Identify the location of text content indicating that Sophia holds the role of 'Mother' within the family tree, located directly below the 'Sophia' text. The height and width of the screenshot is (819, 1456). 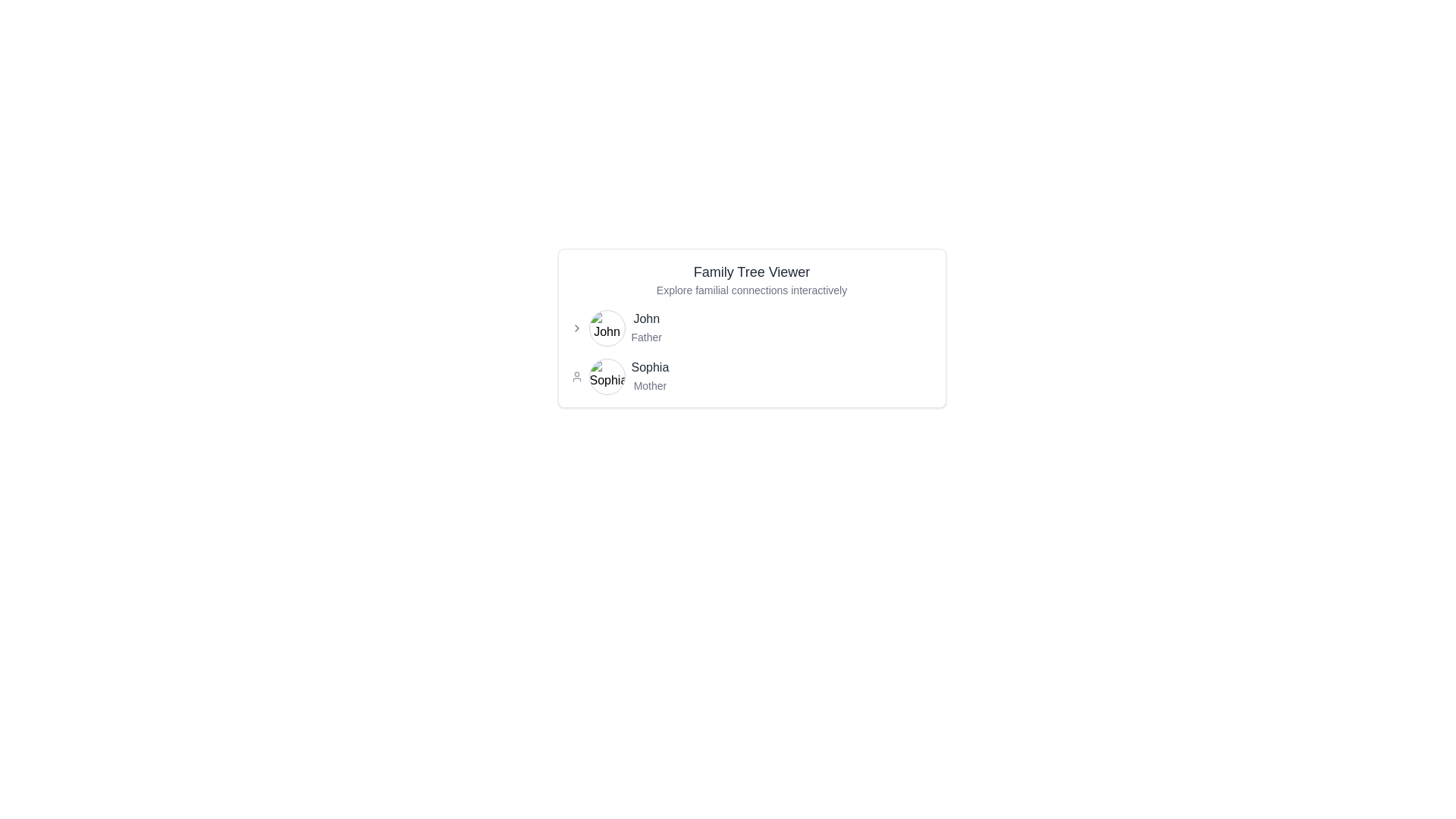
(650, 385).